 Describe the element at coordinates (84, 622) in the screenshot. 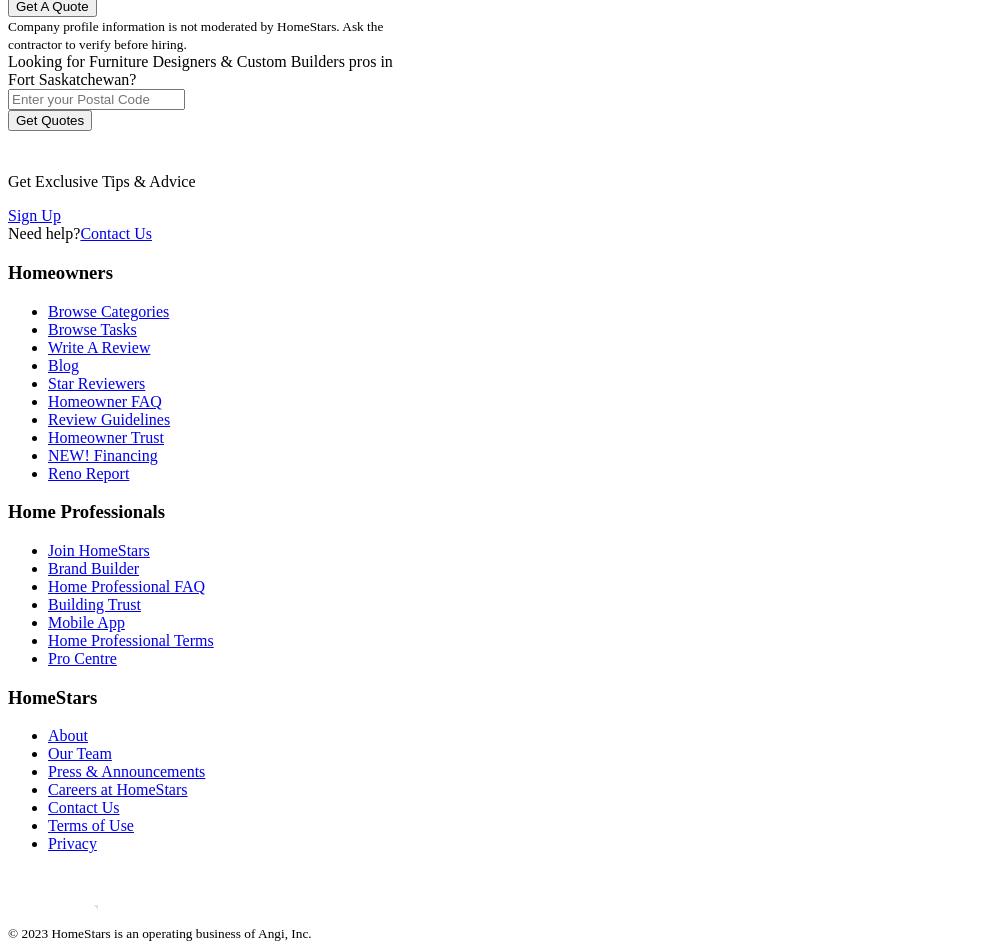

I see `'Mobile App'` at that location.